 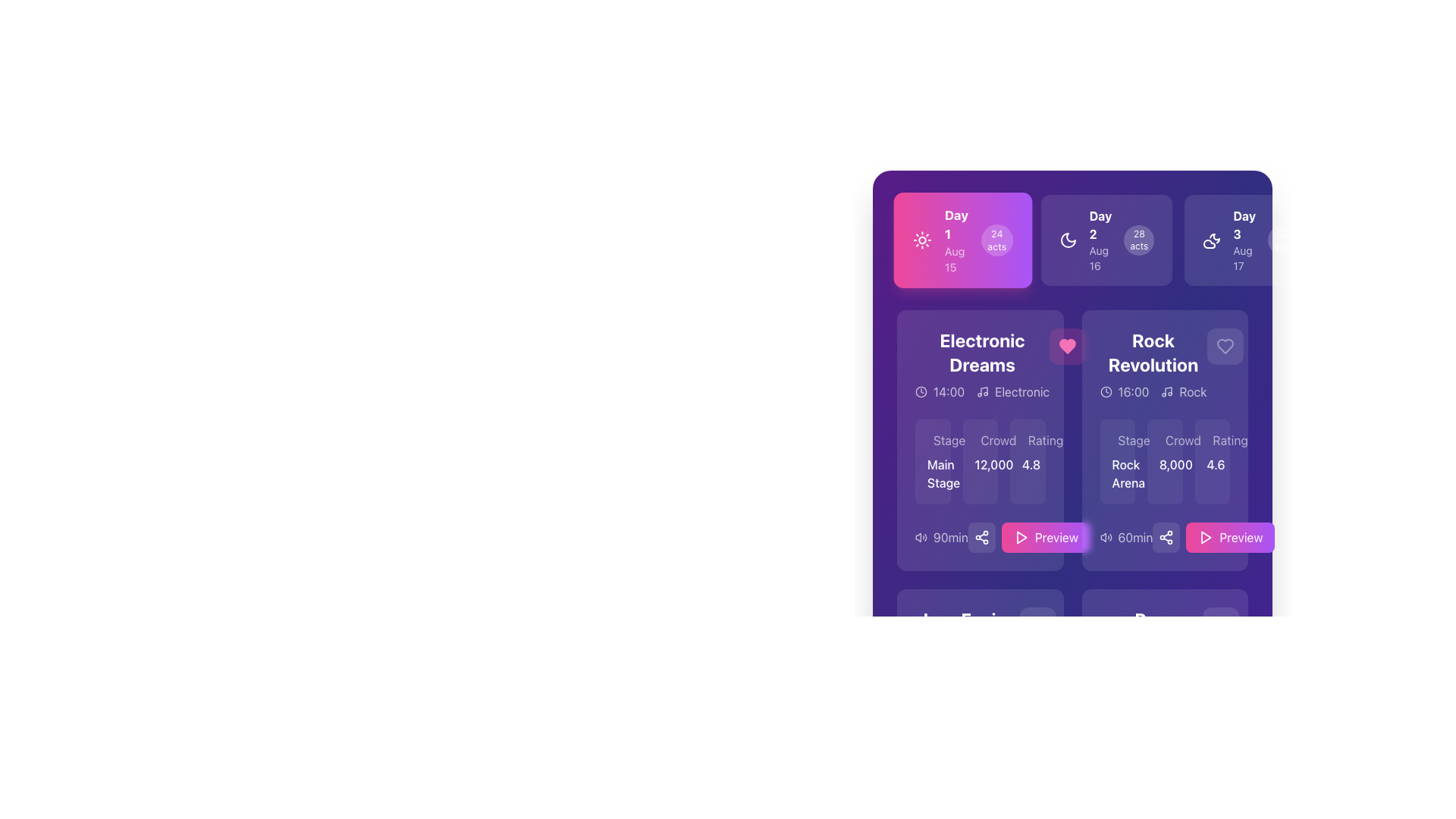 What do you see at coordinates (932, 441) in the screenshot?
I see `the text label displaying 'Stage', which is styled in white semi-transparent color and positioned above the 'Main Stage' text in the top-left segment of the panel` at bounding box center [932, 441].